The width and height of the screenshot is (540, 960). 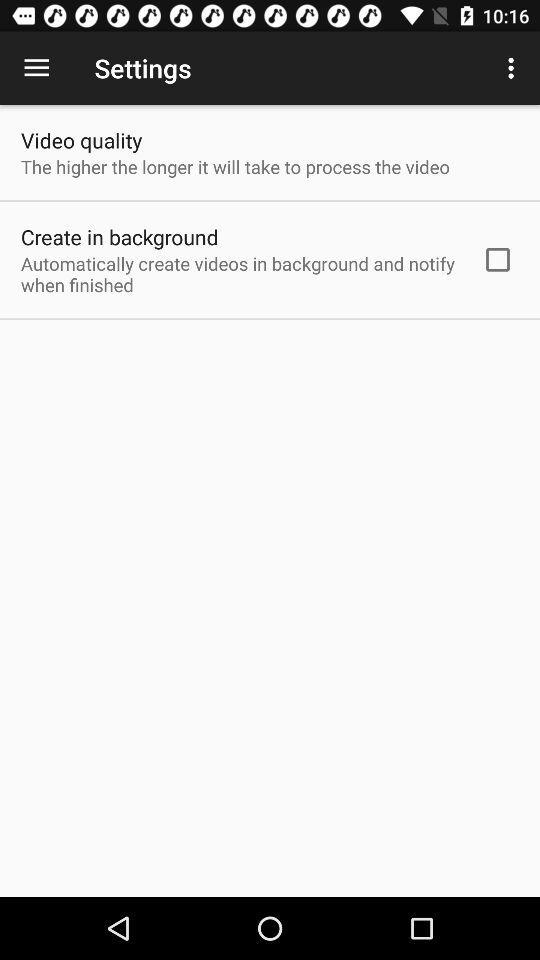 What do you see at coordinates (234, 165) in the screenshot?
I see `the item above create in background` at bounding box center [234, 165].